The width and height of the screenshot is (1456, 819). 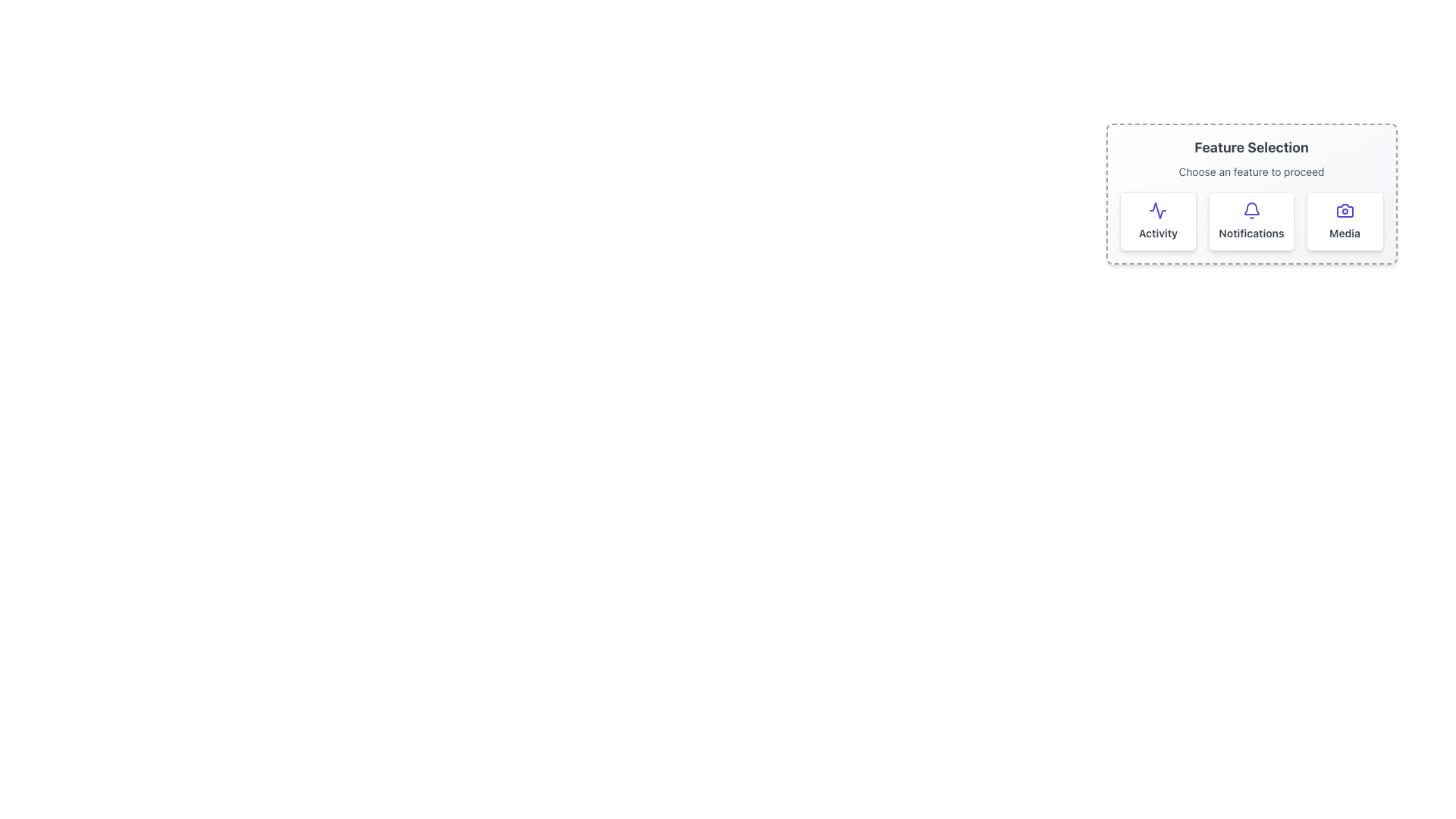 I want to click on the 'Activity' text label, which is bold, small-sized, gray, and located below an icon in a horizontal selection of features, so click(x=1157, y=234).